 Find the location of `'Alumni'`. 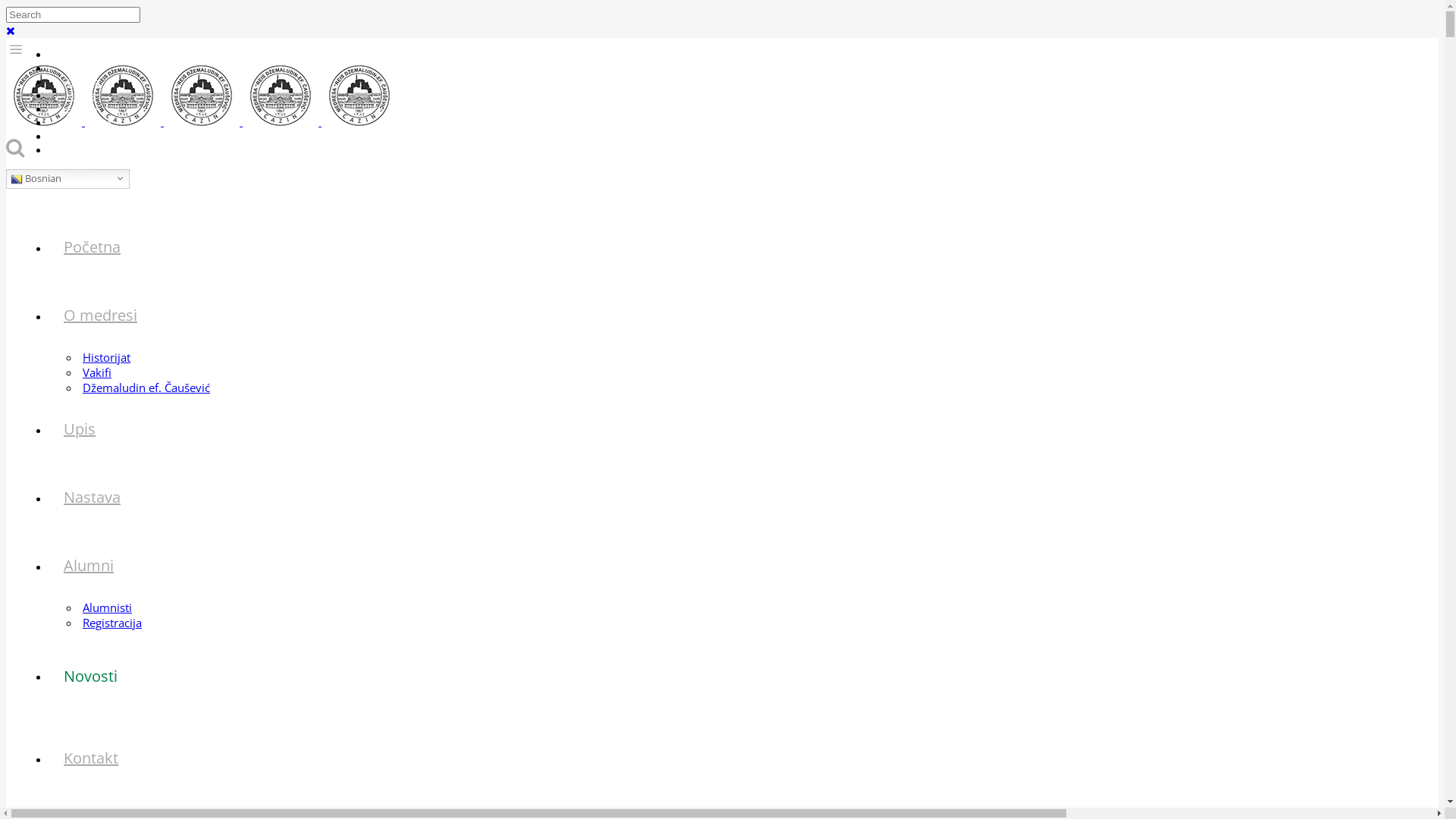

'Alumni' is located at coordinates (87, 565).